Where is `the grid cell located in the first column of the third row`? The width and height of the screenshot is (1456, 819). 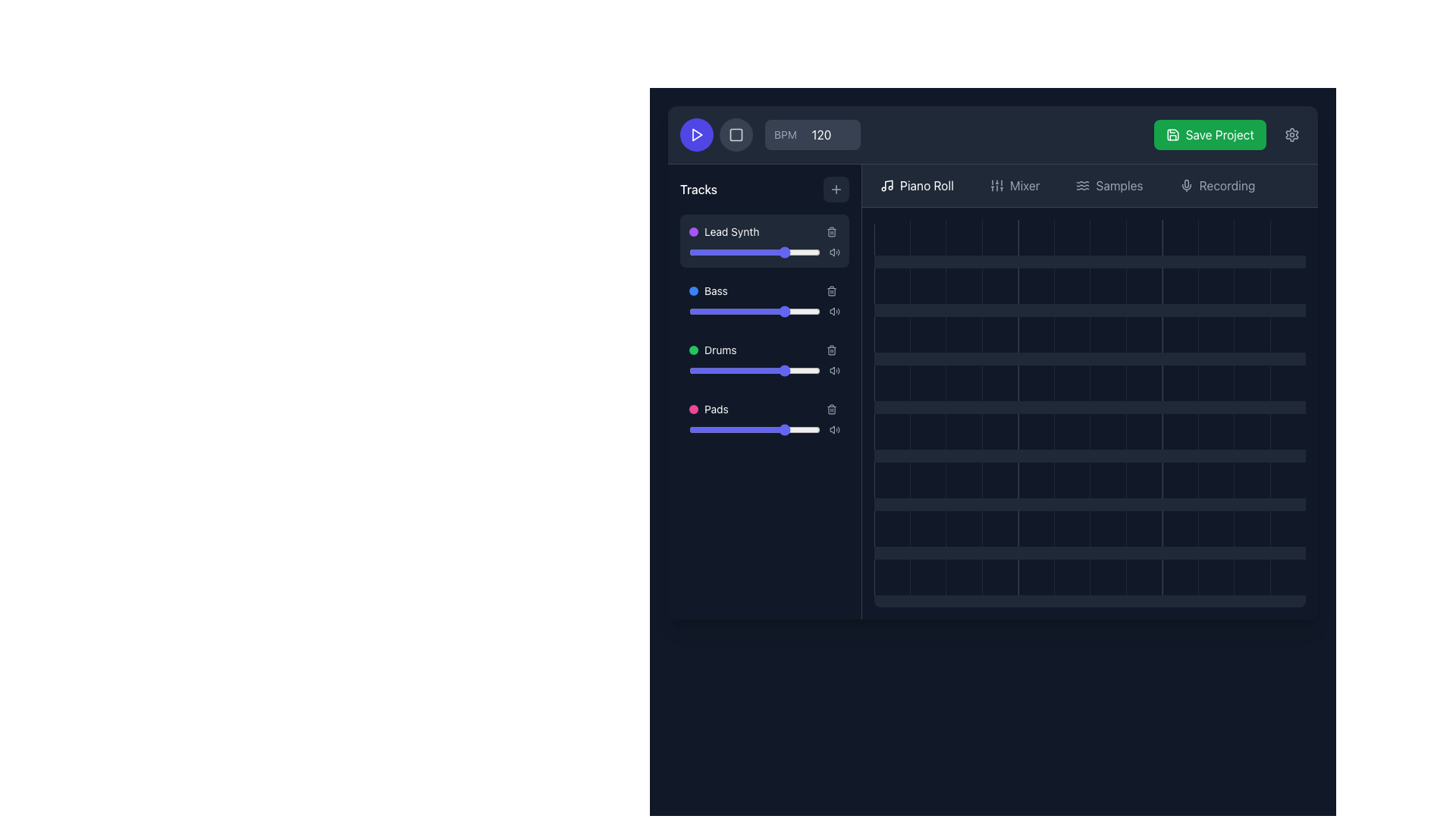
the grid cell located in the first column of the third row is located at coordinates (892, 334).